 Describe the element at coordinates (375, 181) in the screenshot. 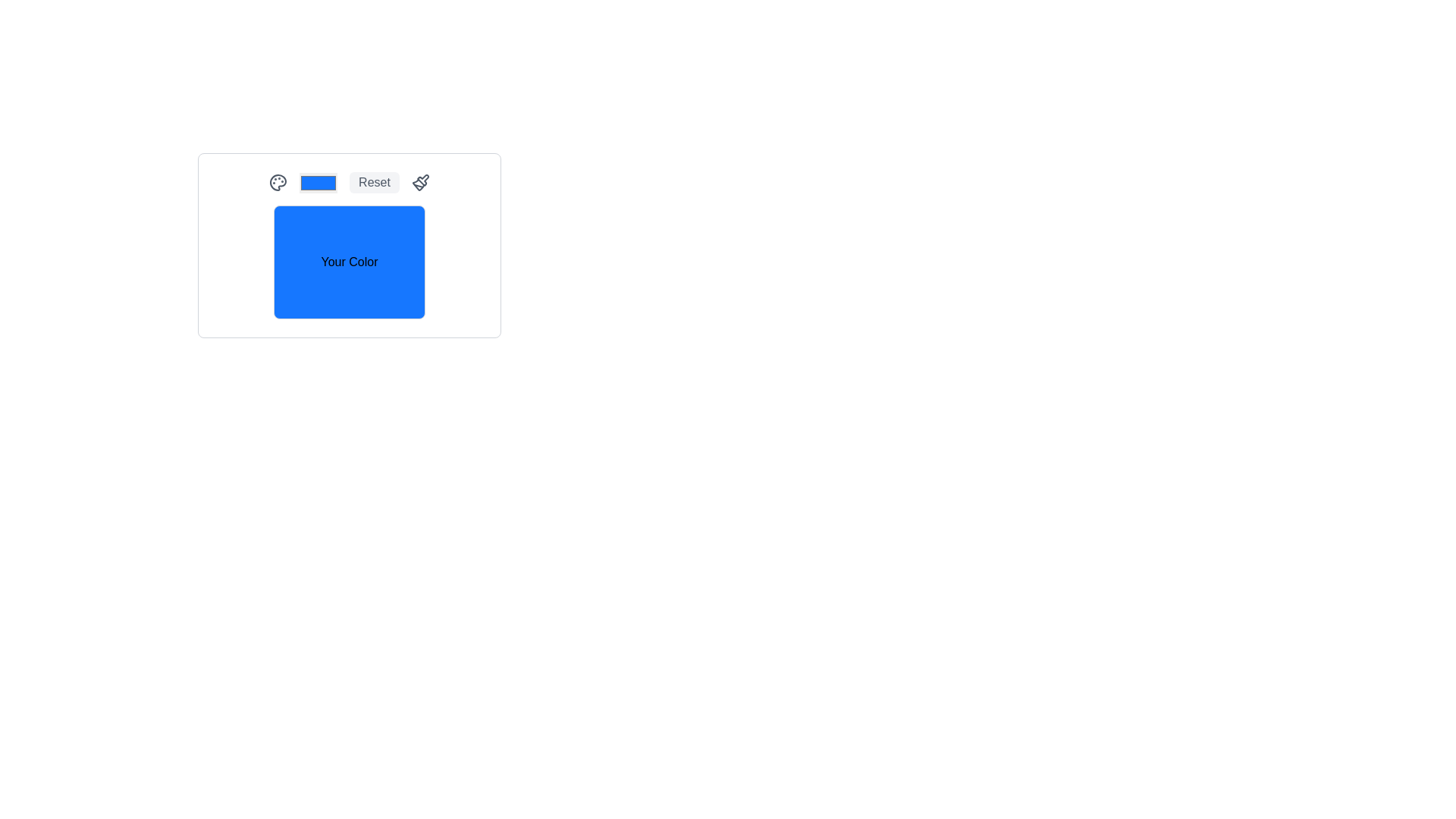

I see `the 'Reset' button located between the color picker and a paintbrush icon to reset settings to default` at that location.